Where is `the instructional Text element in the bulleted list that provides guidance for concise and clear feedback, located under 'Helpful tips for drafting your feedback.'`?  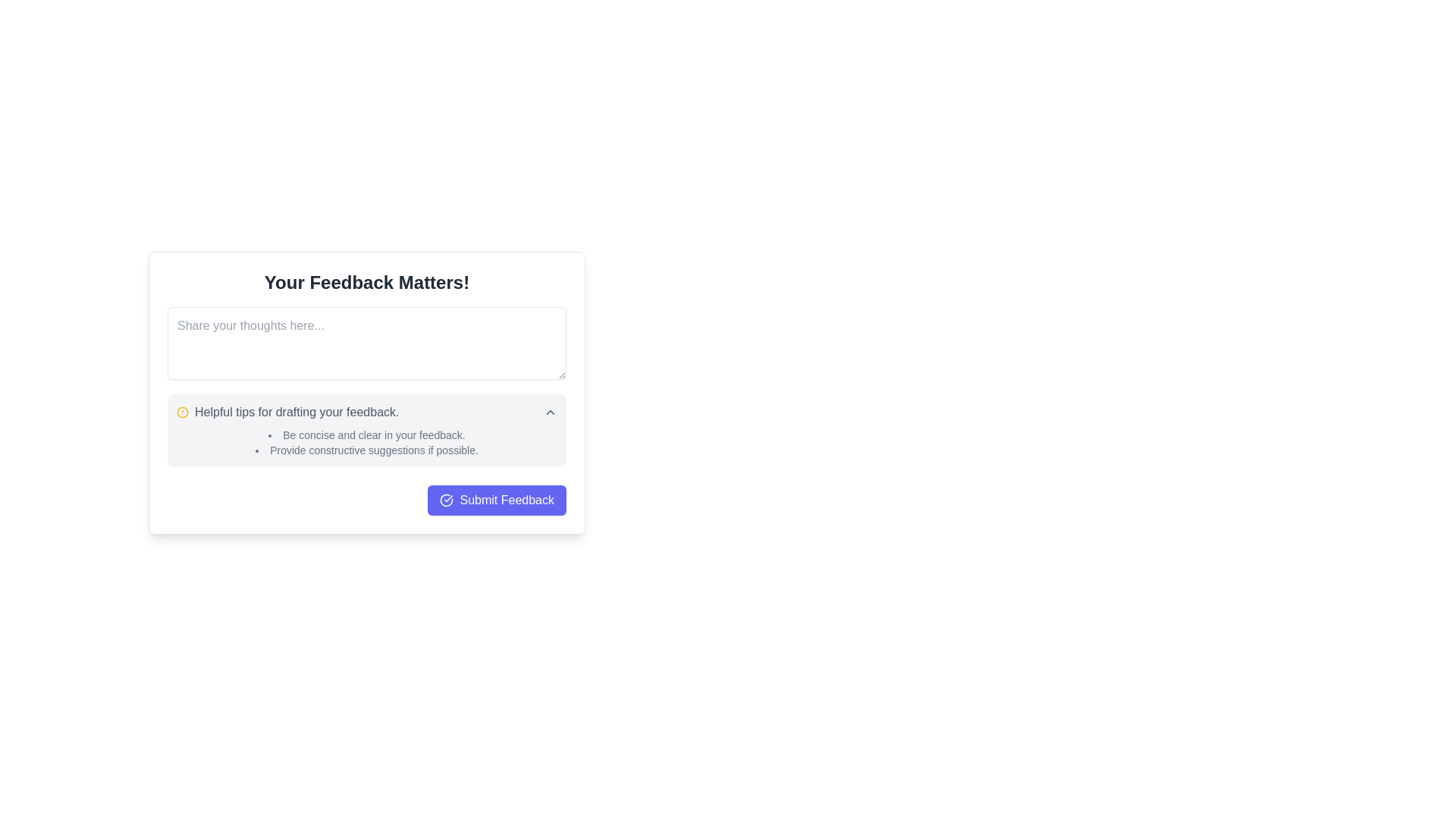 the instructional Text element in the bulleted list that provides guidance for concise and clear feedback, located under 'Helpful tips for drafting your feedback.' is located at coordinates (367, 435).